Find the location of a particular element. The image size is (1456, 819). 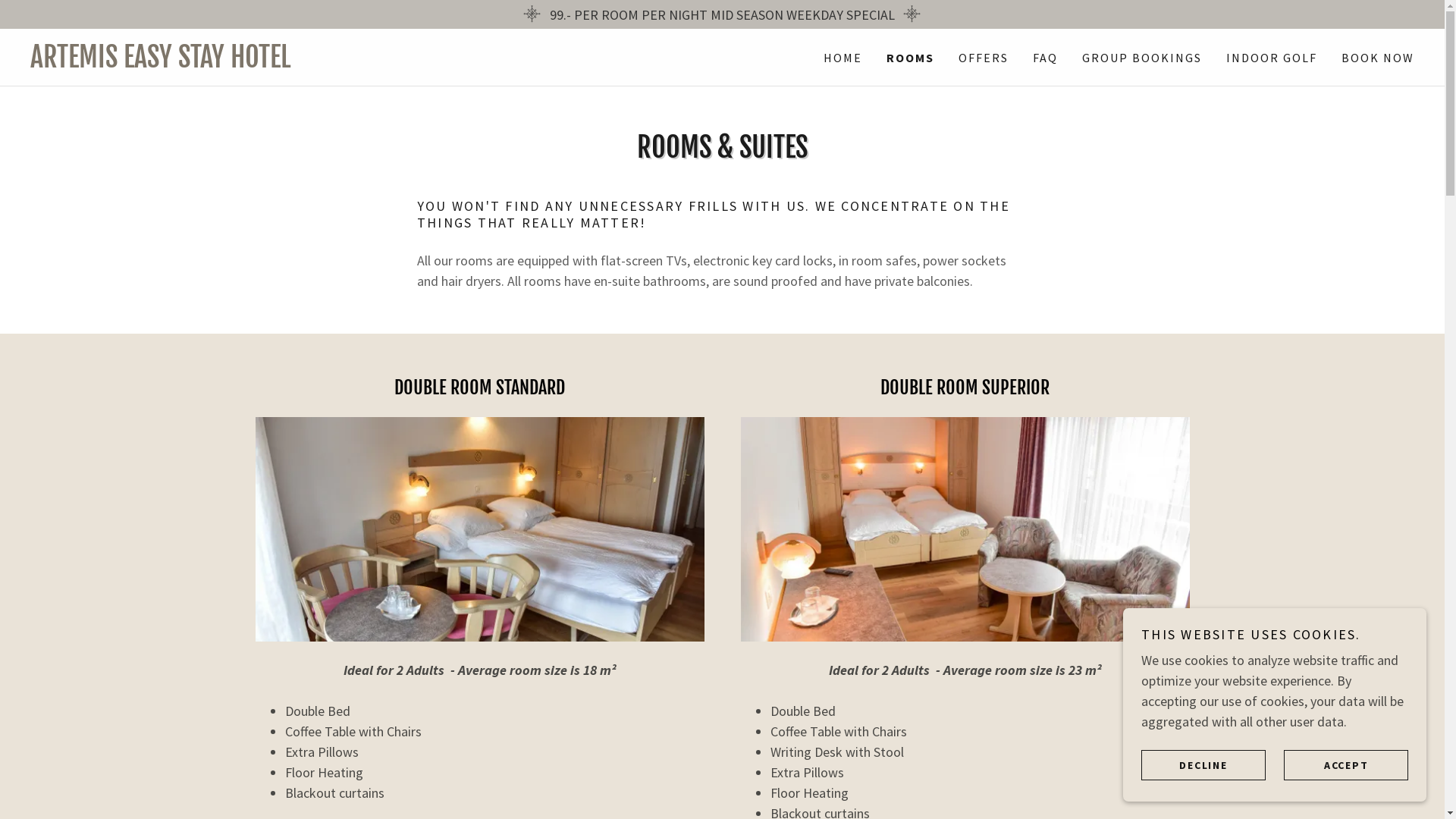

'HOME' is located at coordinates (842, 57).